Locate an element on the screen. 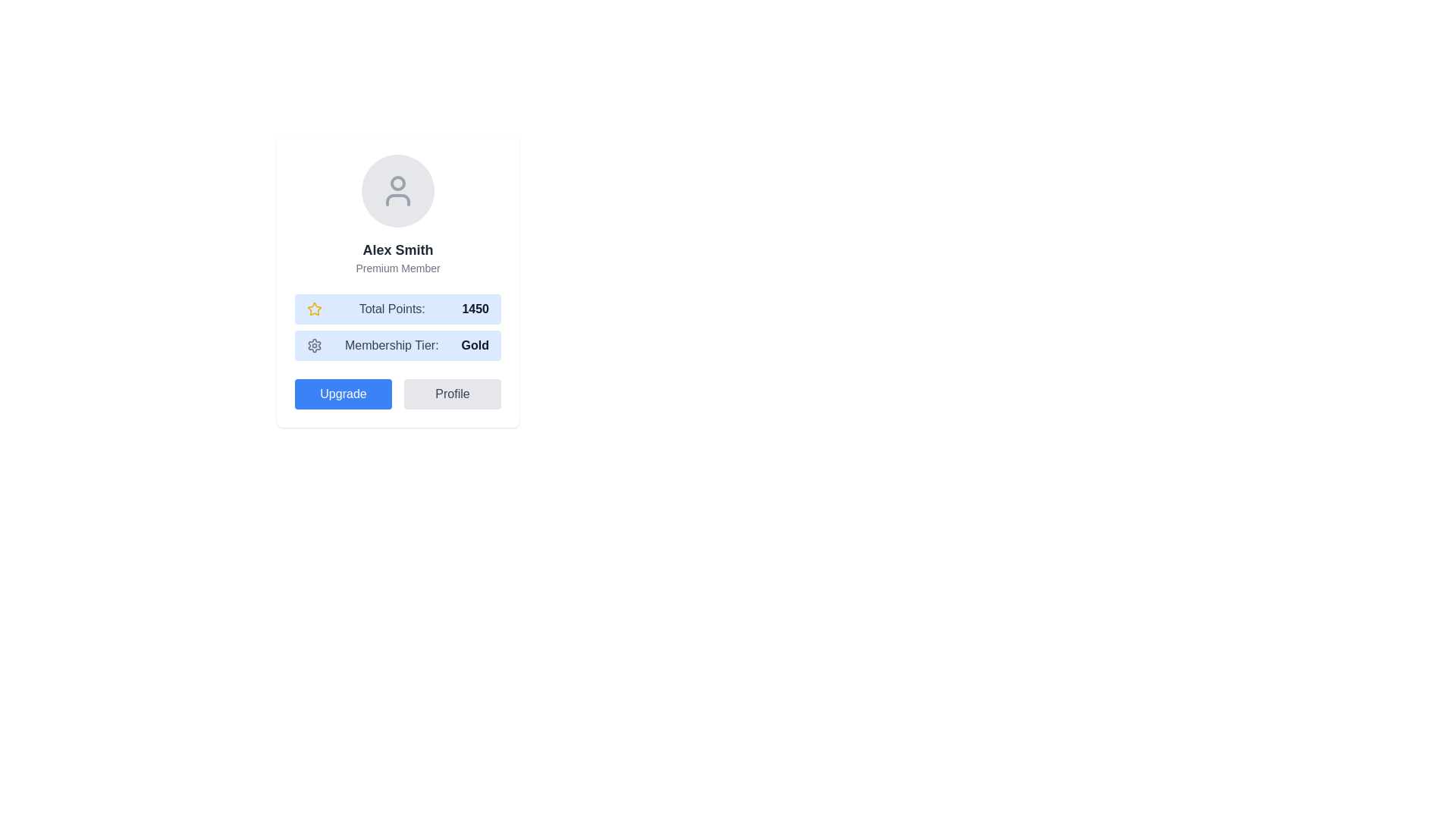 The height and width of the screenshot is (819, 1456). text label indicating the total points value, which is positioned between a yellow star icon and the text '1450' is located at coordinates (392, 309).